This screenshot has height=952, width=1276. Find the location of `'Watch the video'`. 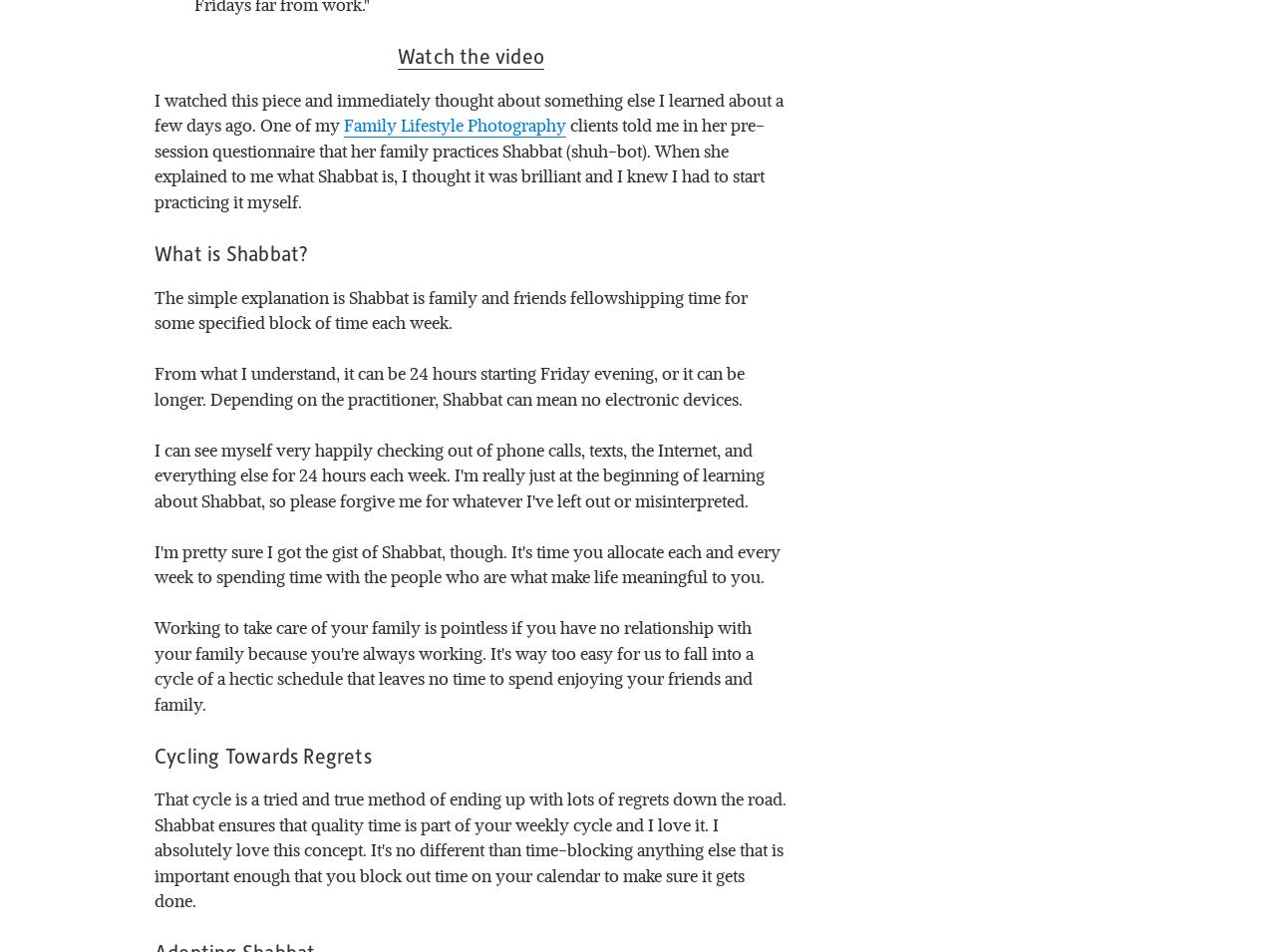

'Watch the video' is located at coordinates (396, 54).